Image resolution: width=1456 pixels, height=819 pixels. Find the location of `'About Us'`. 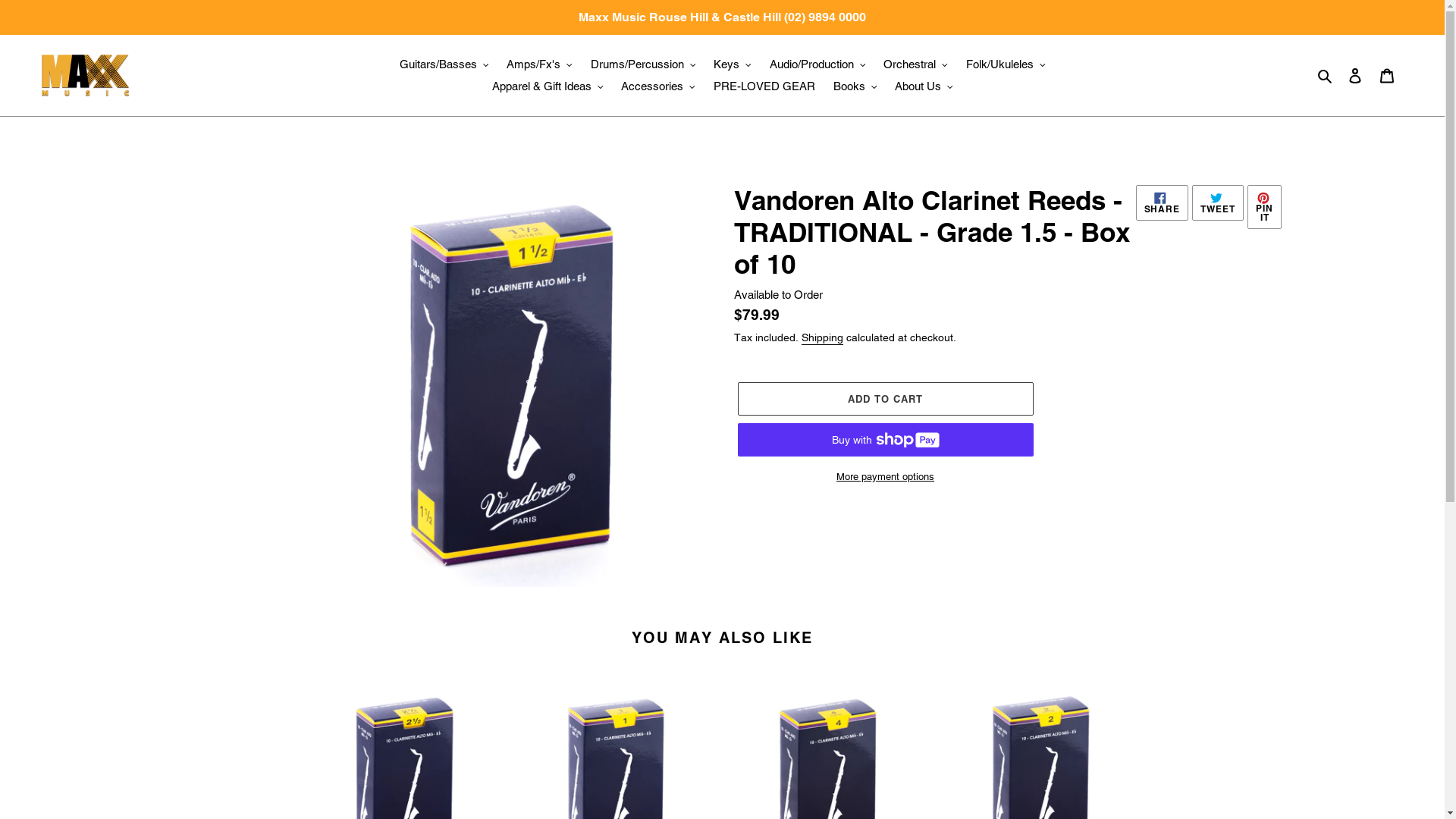

'About Us' is located at coordinates (923, 86).